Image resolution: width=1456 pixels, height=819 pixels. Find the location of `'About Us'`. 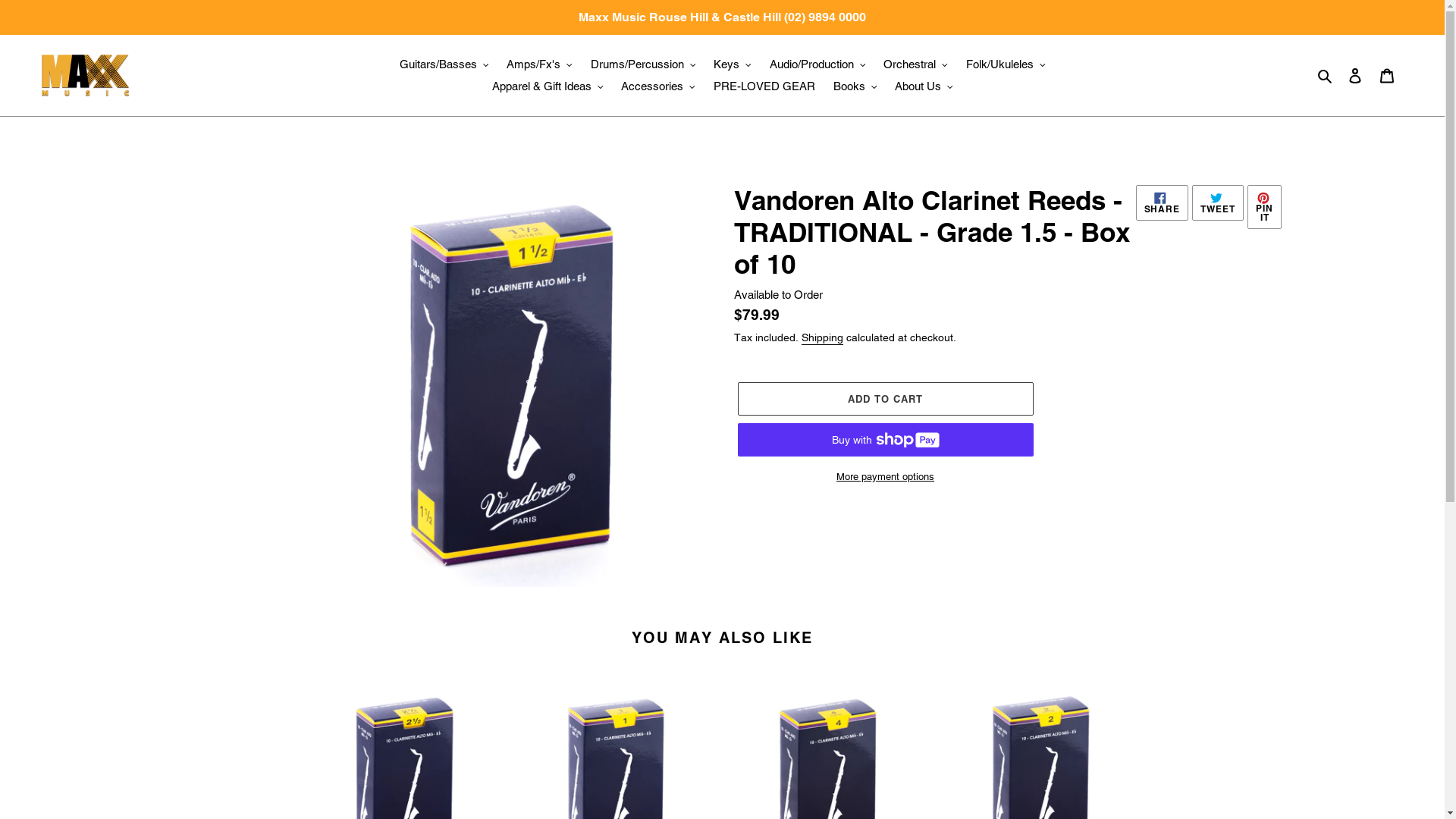

'About Us' is located at coordinates (923, 86).